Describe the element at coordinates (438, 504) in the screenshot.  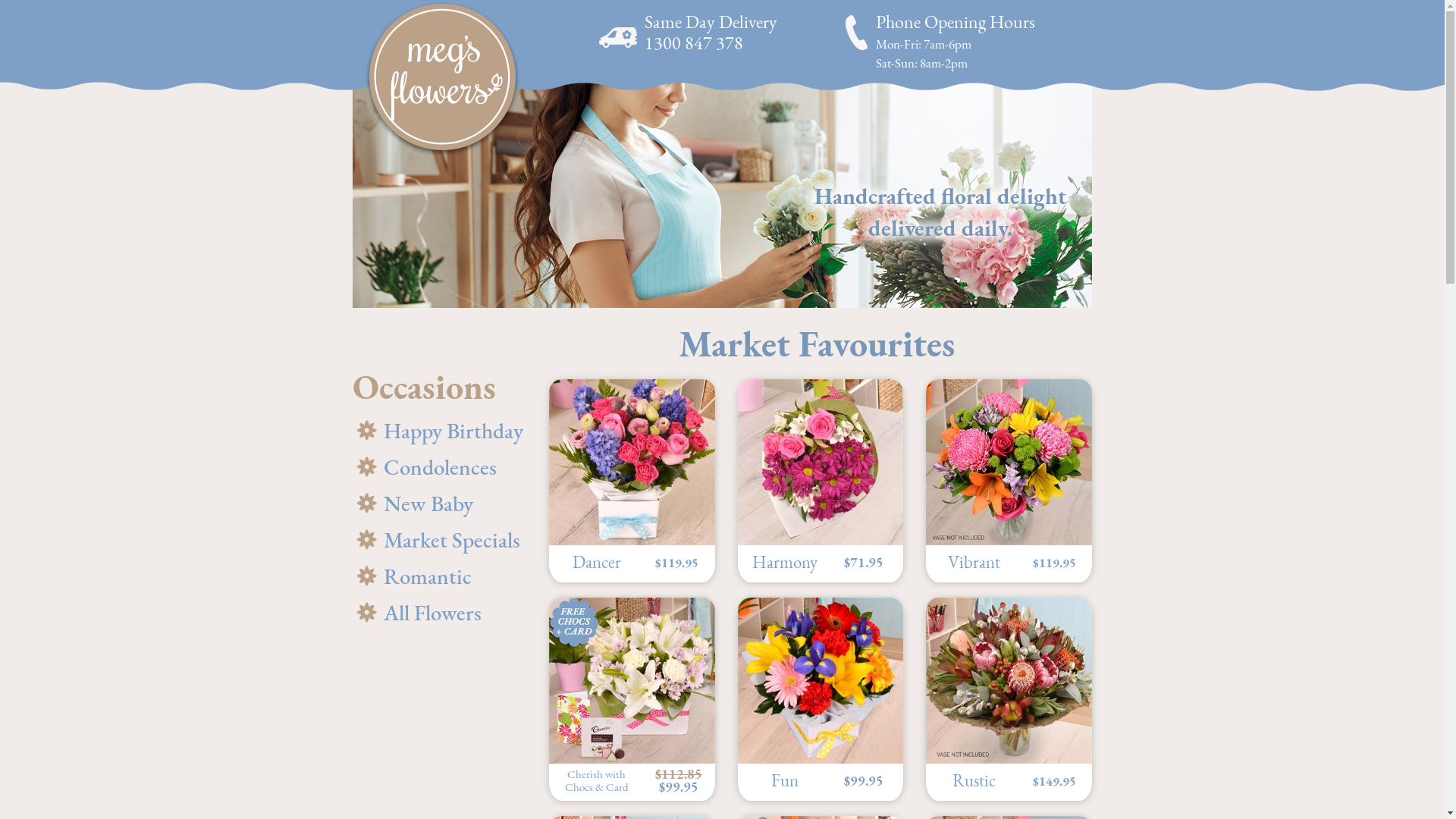
I see `'New Baby'` at that location.